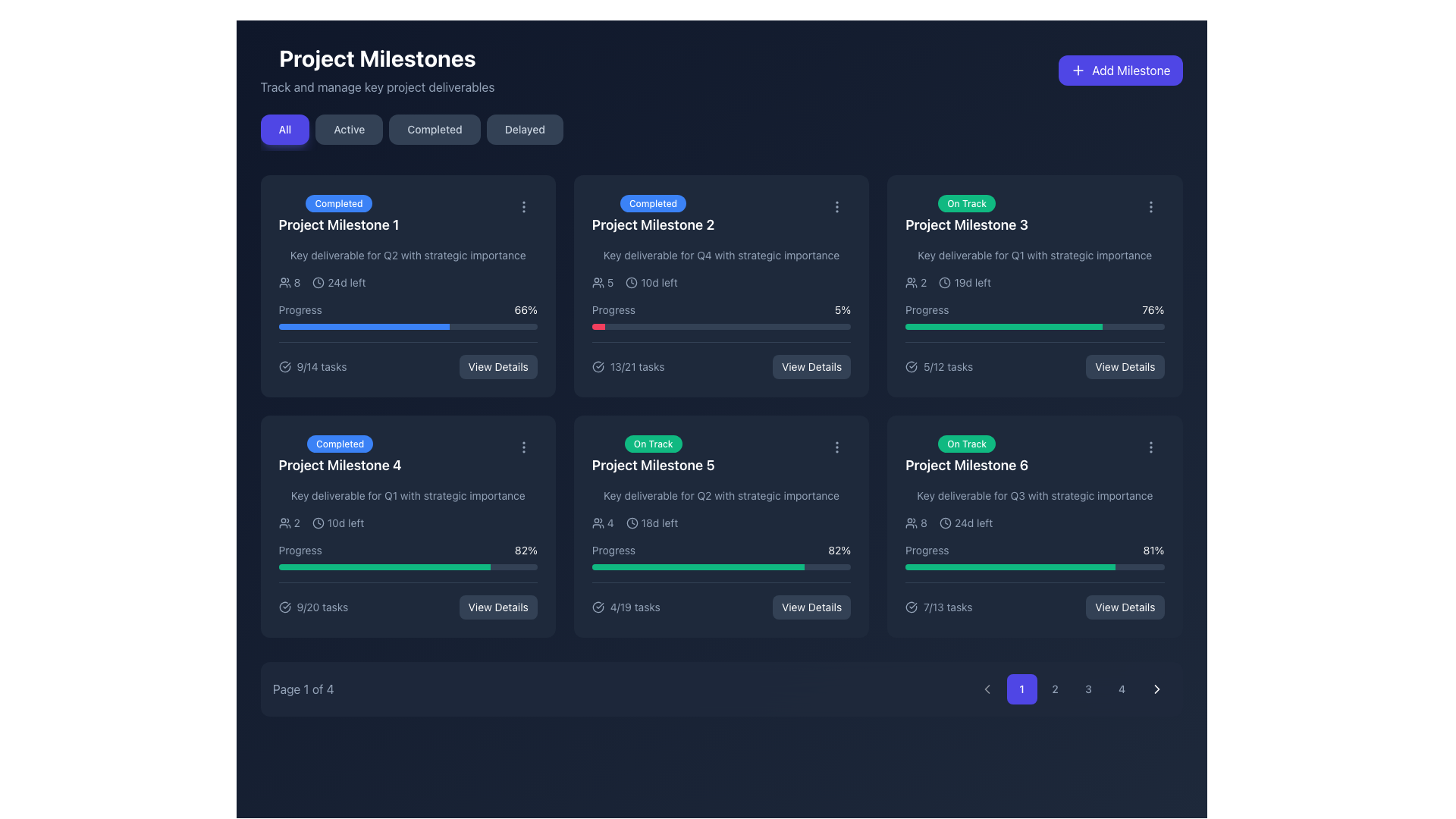 This screenshot has width=1456, height=819. Describe the element at coordinates (337, 214) in the screenshot. I see `the Status badge titled 'Project Milestone 1' that contains the 'Completed' badge to note the milestone title` at that location.